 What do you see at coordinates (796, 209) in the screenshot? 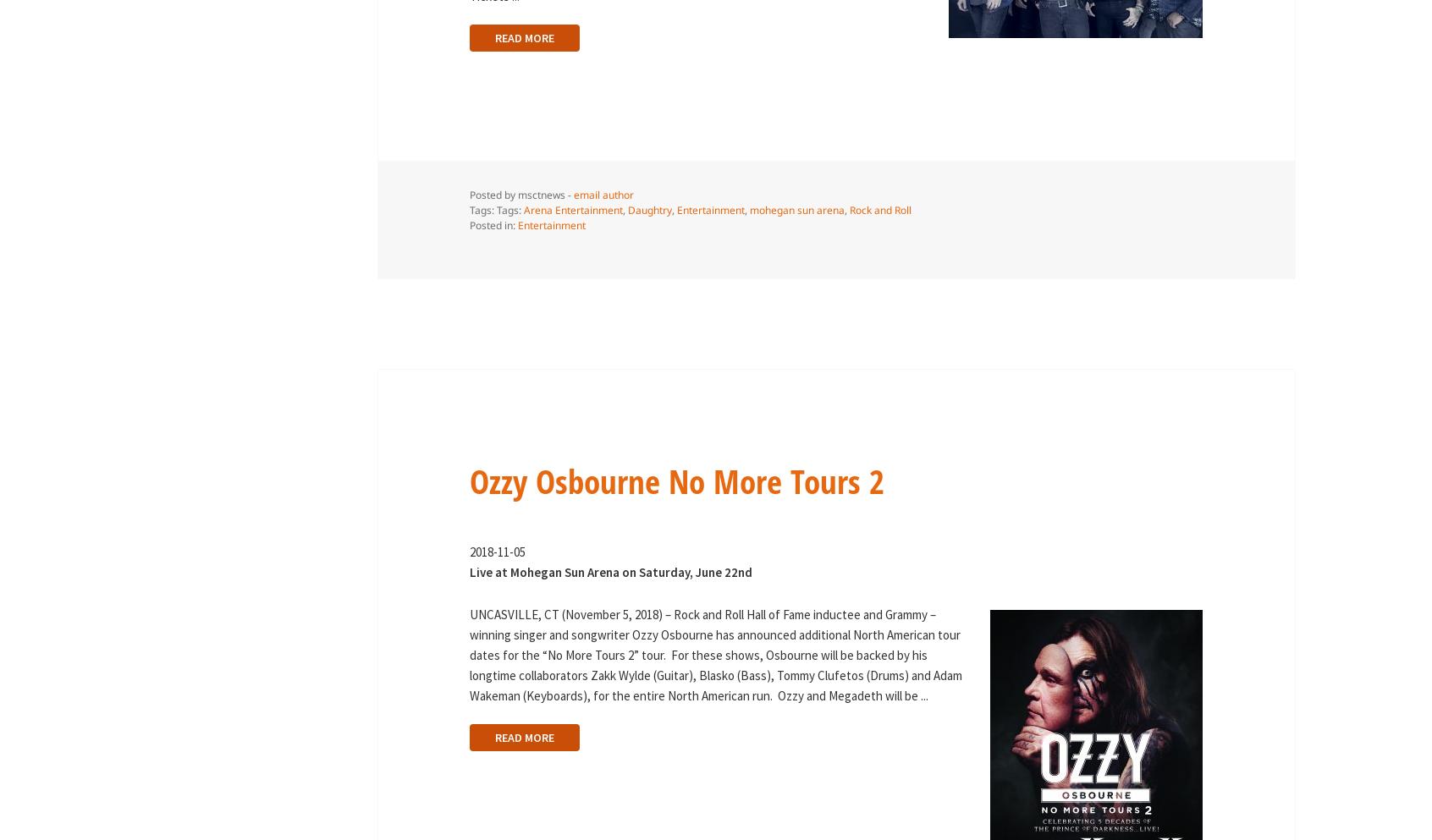
I see `'mohegan sun arena'` at bounding box center [796, 209].